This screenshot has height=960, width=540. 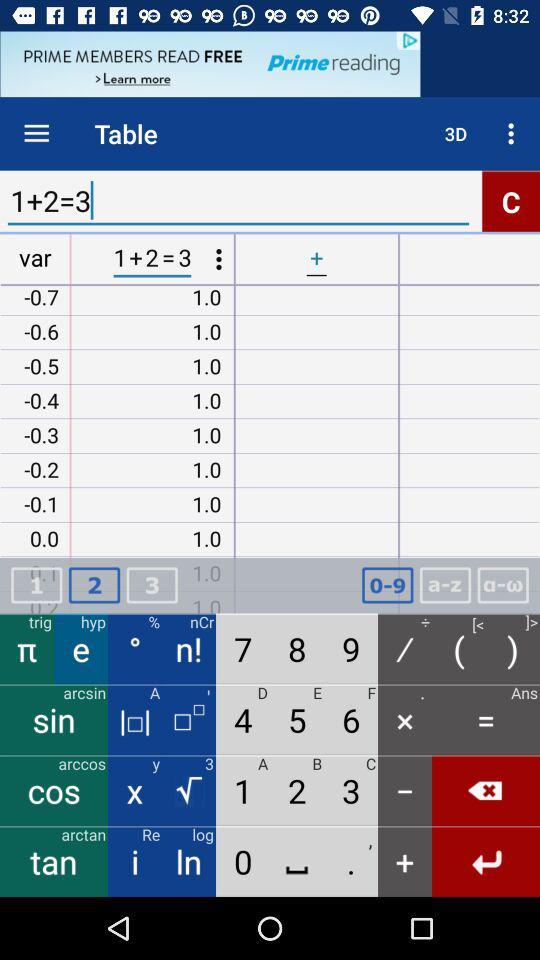 I want to click on 3, so click(x=151, y=585).